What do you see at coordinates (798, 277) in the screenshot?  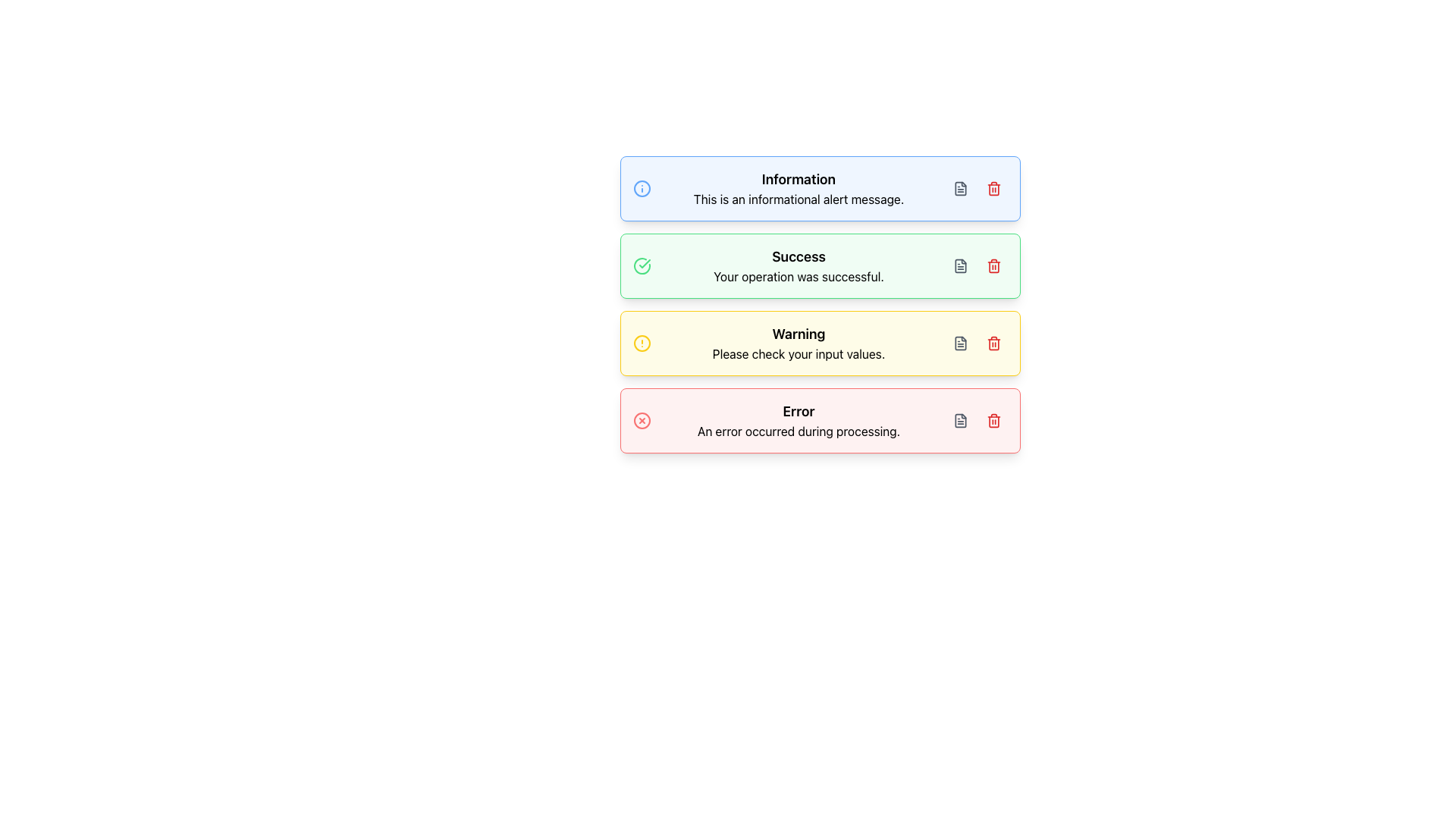 I see `success message displayed in the second alert box, positioned below the text 'Success' and aligned with the green theme` at bounding box center [798, 277].